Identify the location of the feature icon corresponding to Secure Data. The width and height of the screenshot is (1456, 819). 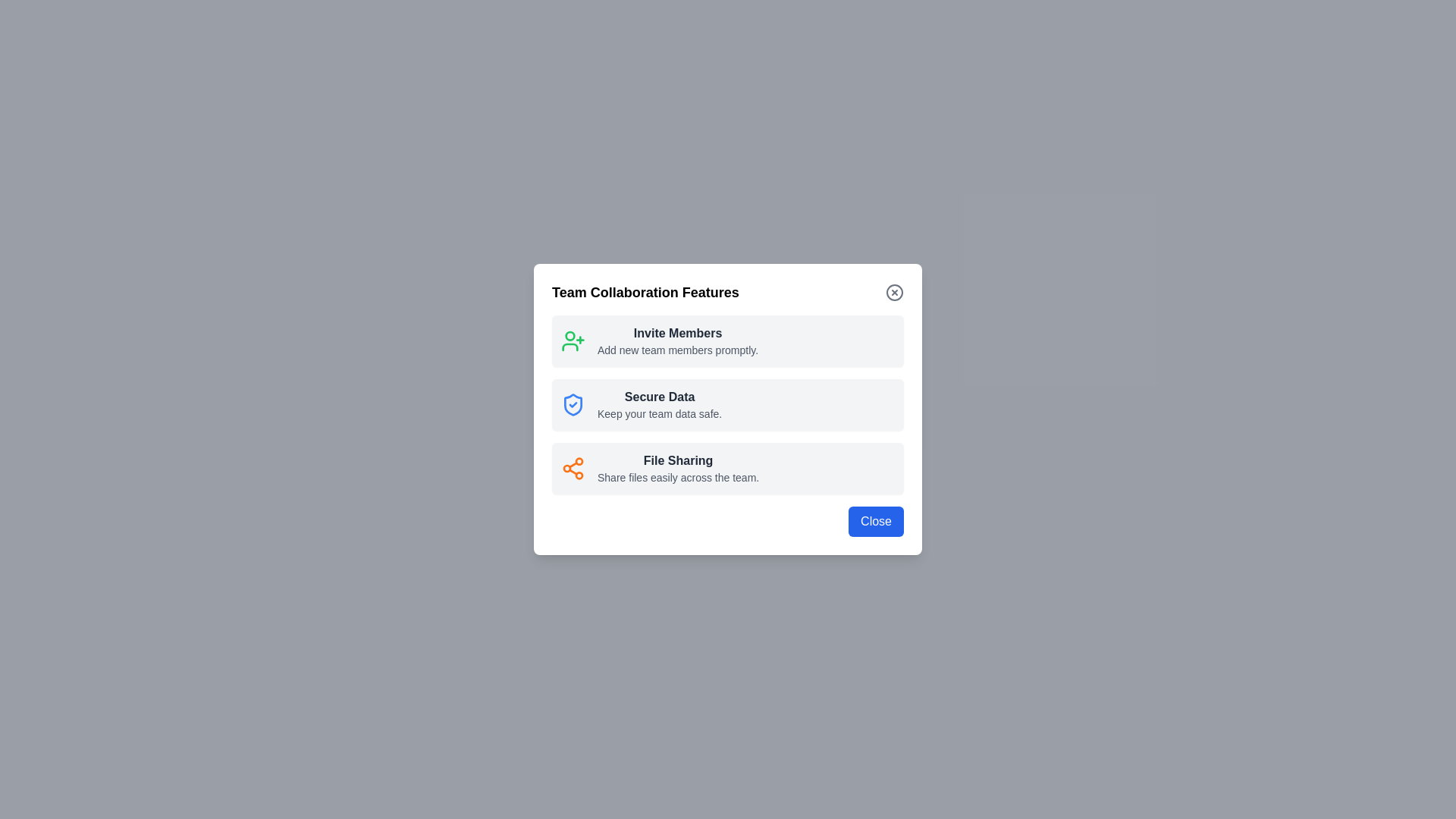
(572, 403).